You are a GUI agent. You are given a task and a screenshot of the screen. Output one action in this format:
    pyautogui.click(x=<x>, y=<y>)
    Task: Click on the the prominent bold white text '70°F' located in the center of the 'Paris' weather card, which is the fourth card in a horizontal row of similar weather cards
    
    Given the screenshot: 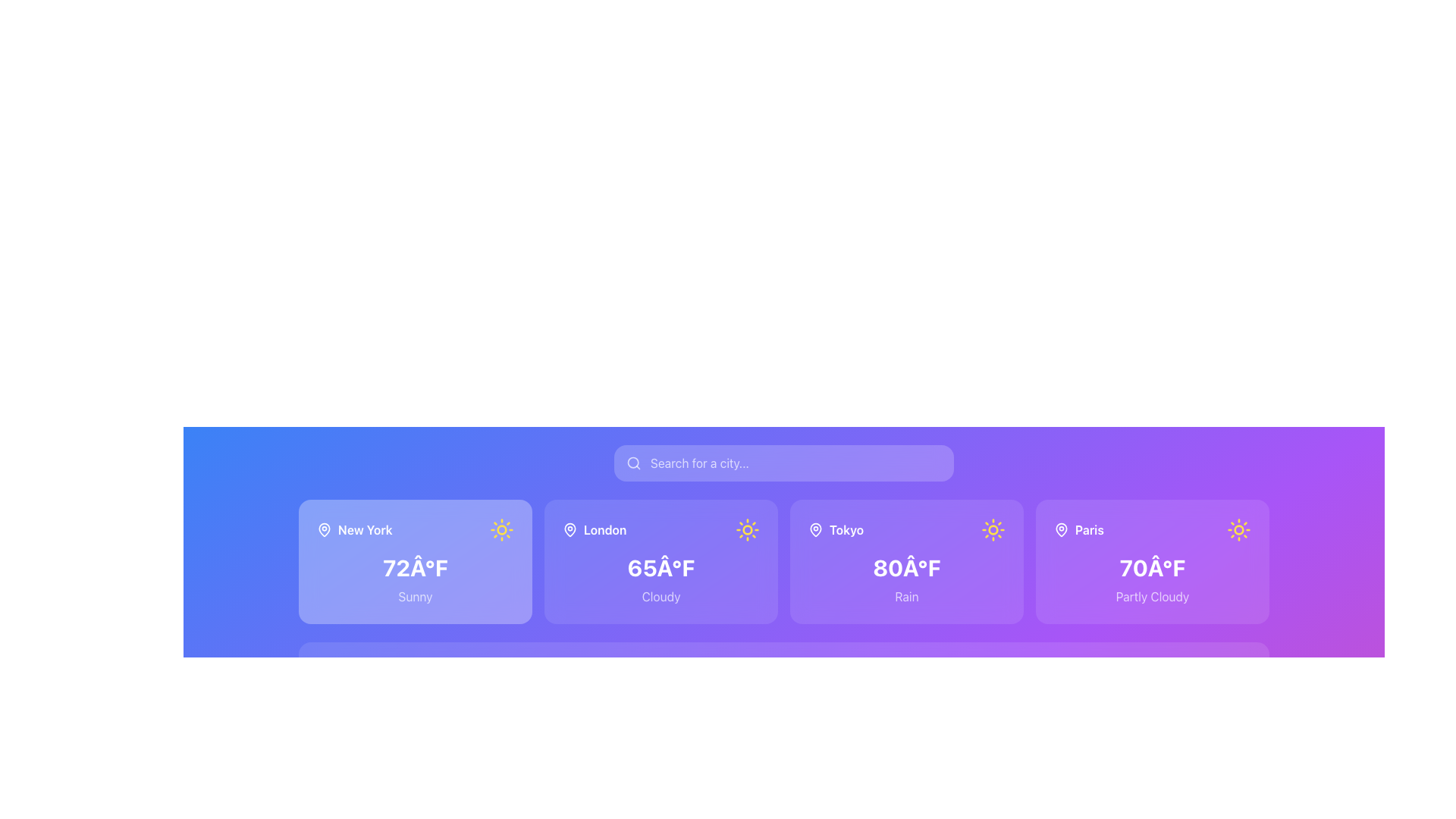 What is the action you would take?
    pyautogui.click(x=1153, y=567)
    